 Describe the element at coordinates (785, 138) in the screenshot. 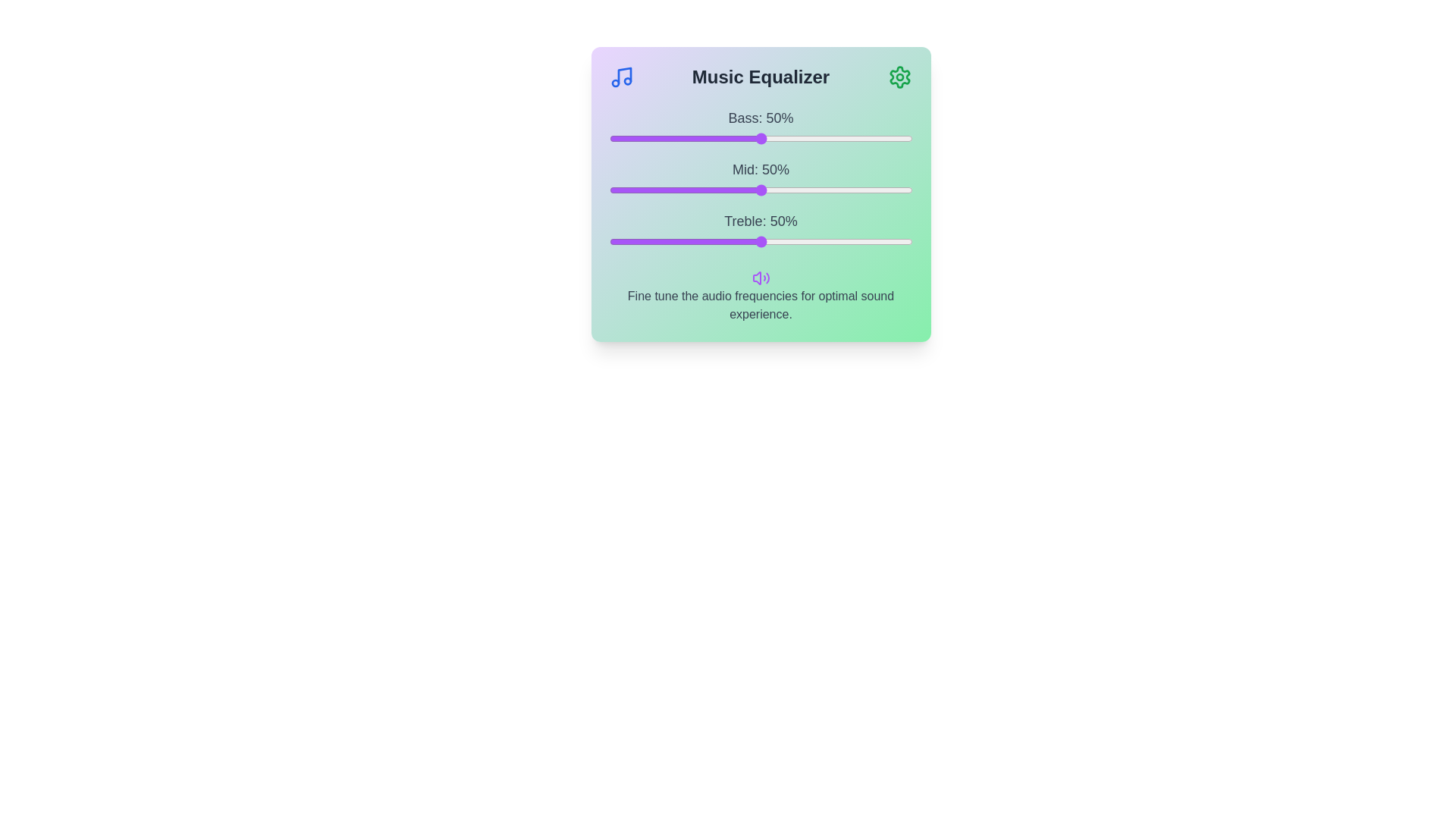

I see `the bass slider to 58%` at that location.